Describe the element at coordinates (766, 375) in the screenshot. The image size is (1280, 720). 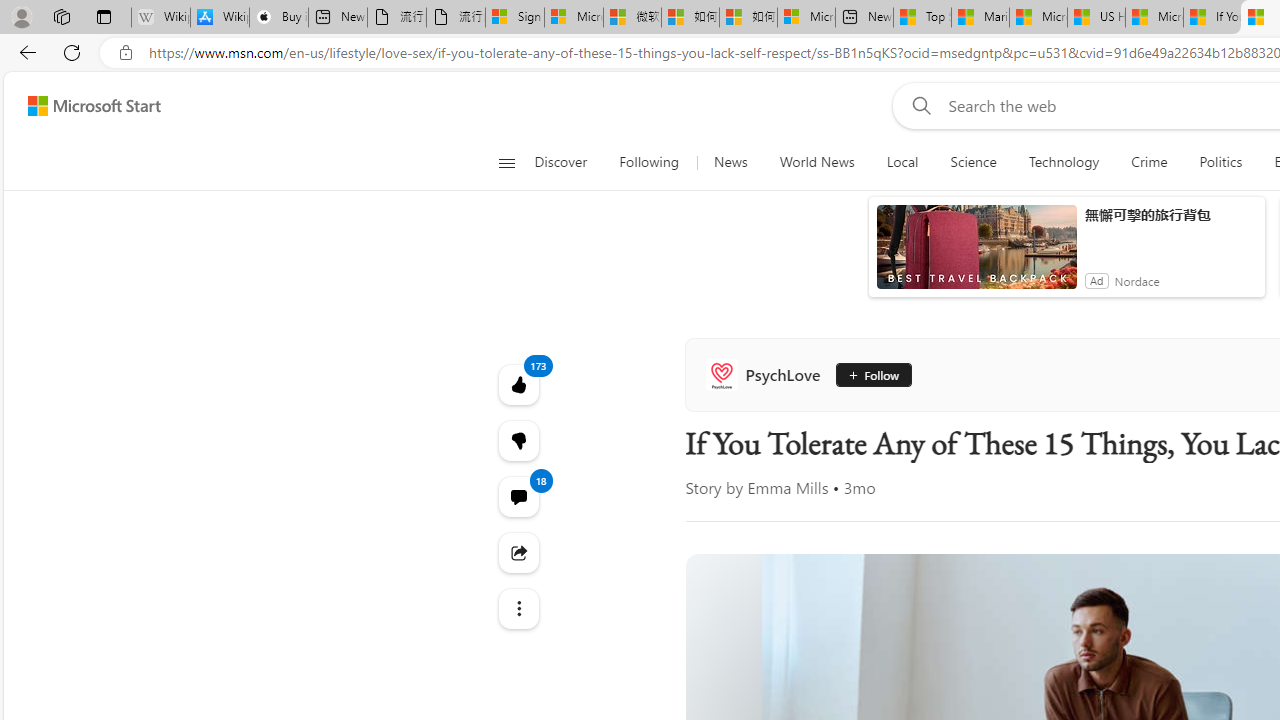
I see `'PsychLove'` at that location.